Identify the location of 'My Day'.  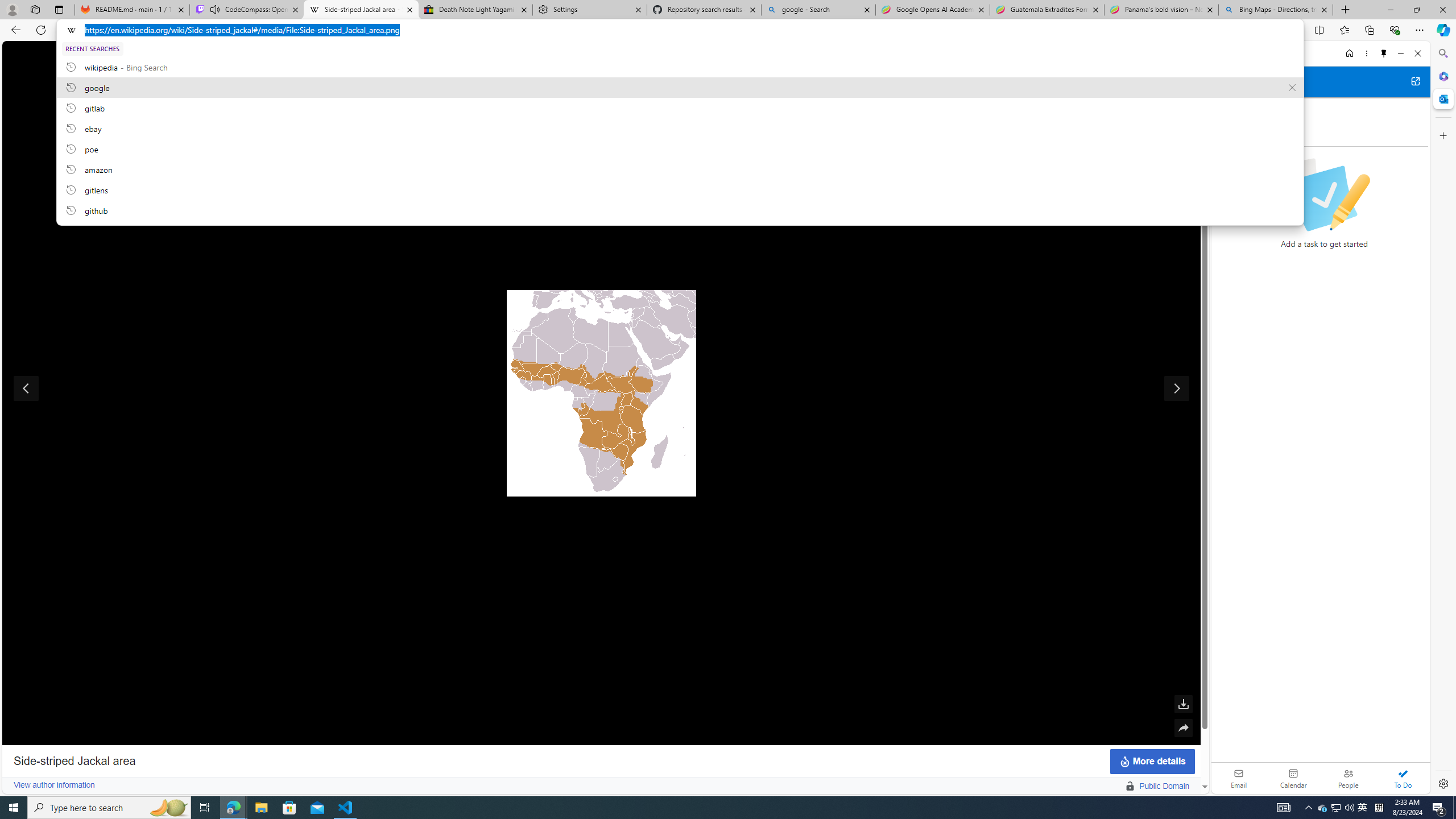
(1235, 109).